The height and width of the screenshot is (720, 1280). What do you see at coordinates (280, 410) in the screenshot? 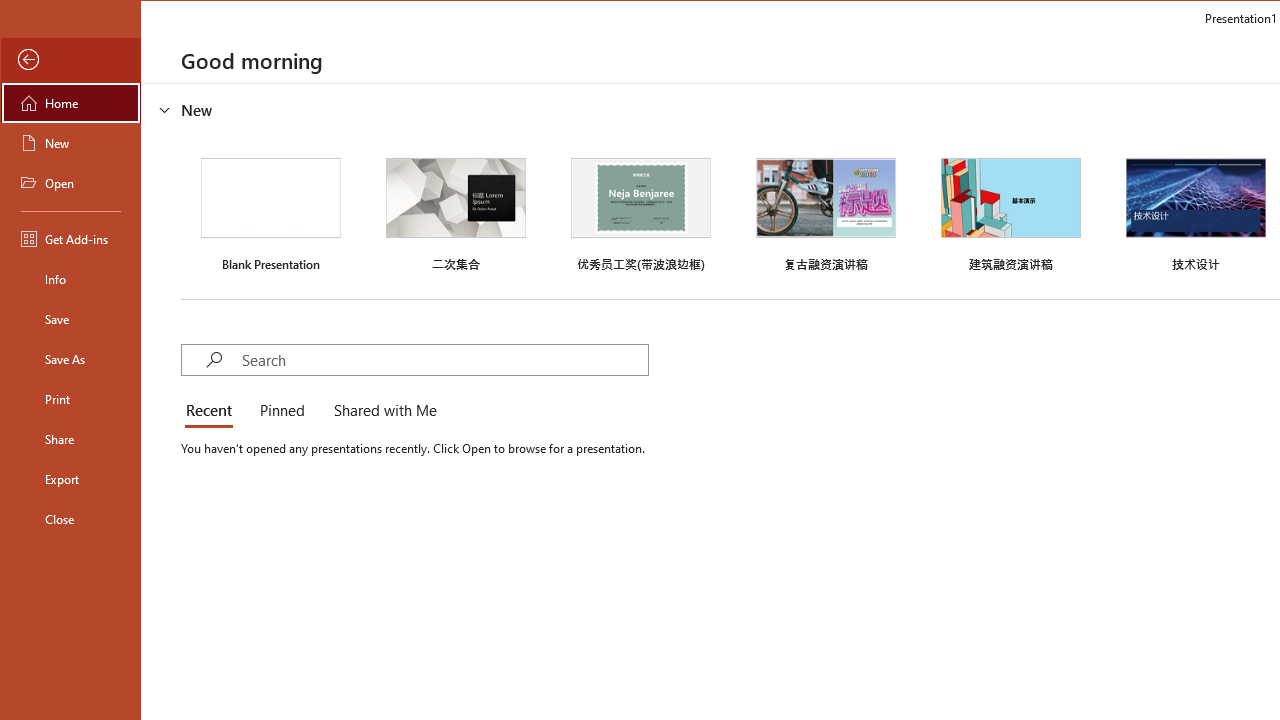
I see `'Pinned'` at bounding box center [280, 410].